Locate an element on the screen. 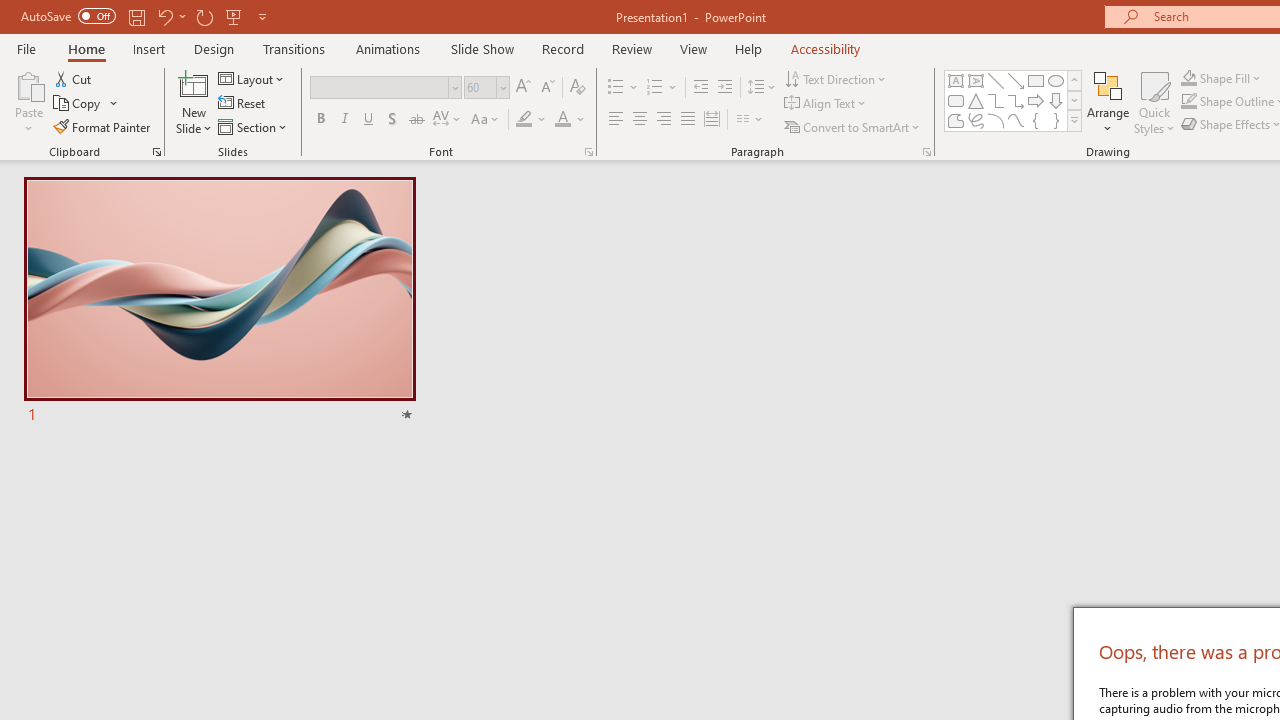  'Arrow: Right' is located at coordinates (1036, 100).